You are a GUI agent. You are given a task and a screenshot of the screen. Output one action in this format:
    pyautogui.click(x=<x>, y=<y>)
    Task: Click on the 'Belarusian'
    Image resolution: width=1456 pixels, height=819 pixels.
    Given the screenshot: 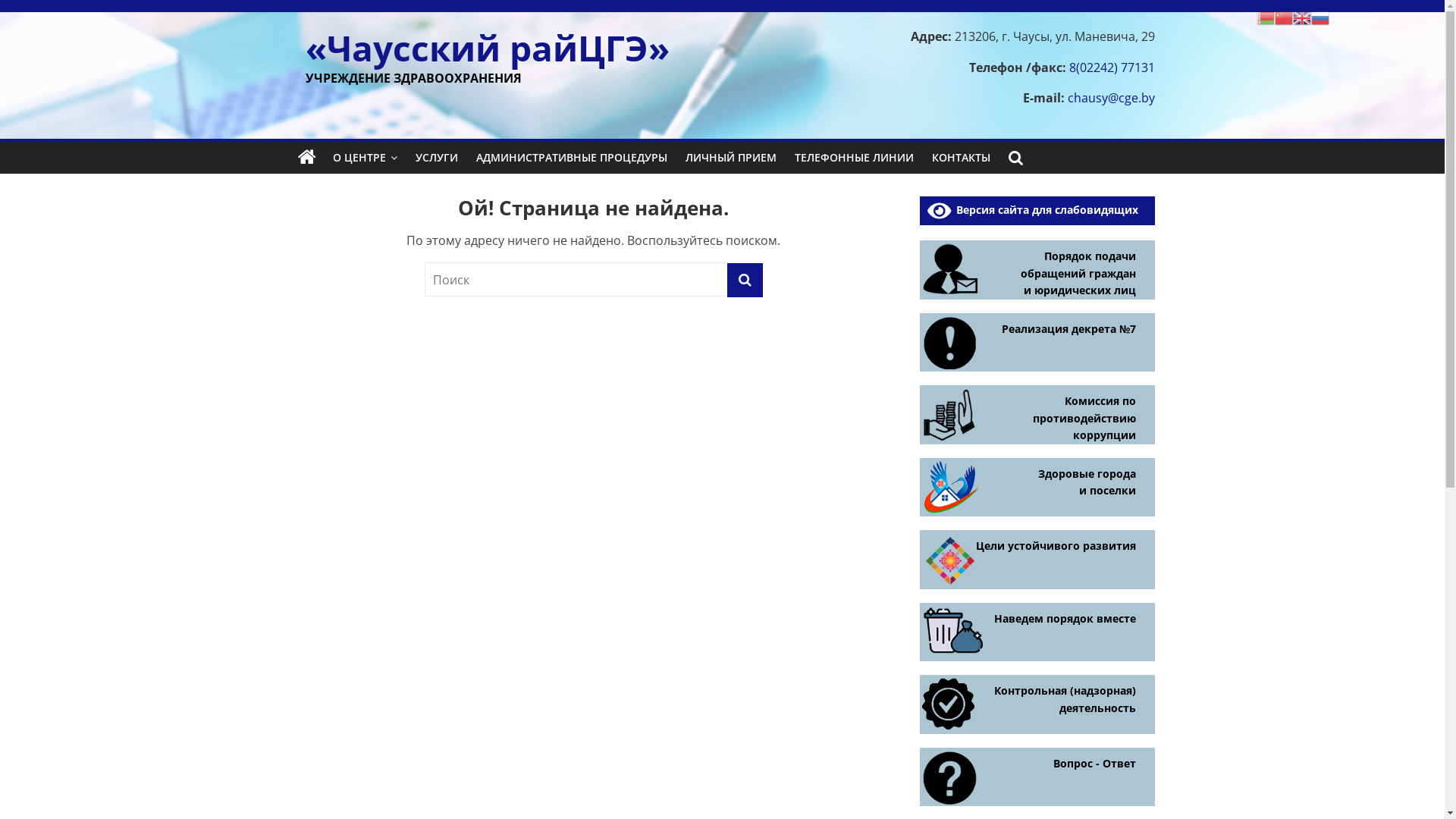 What is the action you would take?
    pyautogui.click(x=1256, y=17)
    